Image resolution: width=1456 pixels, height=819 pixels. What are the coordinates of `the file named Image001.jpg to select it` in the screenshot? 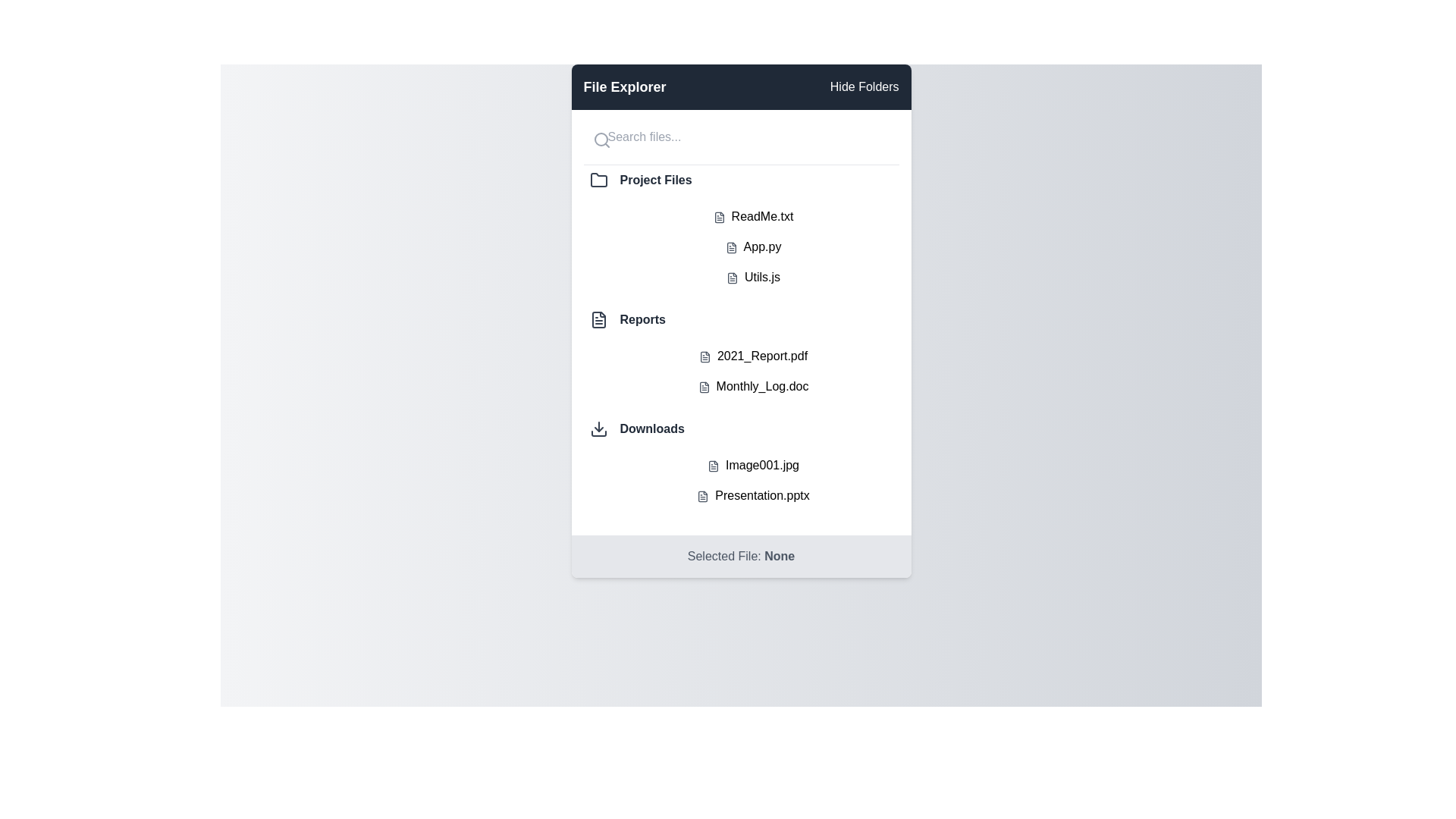 It's located at (753, 464).